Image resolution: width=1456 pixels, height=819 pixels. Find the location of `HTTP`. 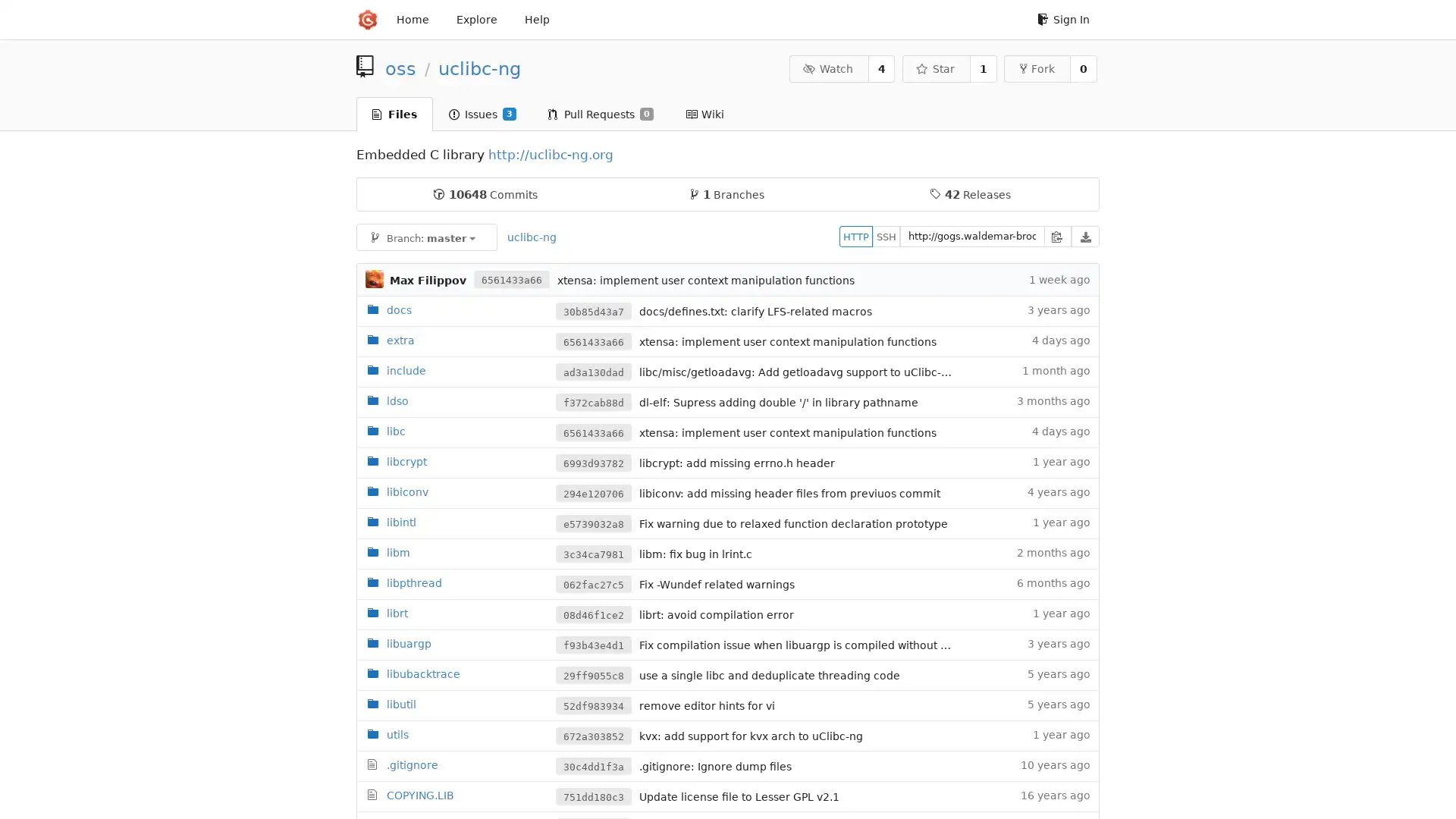

HTTP is located at coordinates (855, 236).